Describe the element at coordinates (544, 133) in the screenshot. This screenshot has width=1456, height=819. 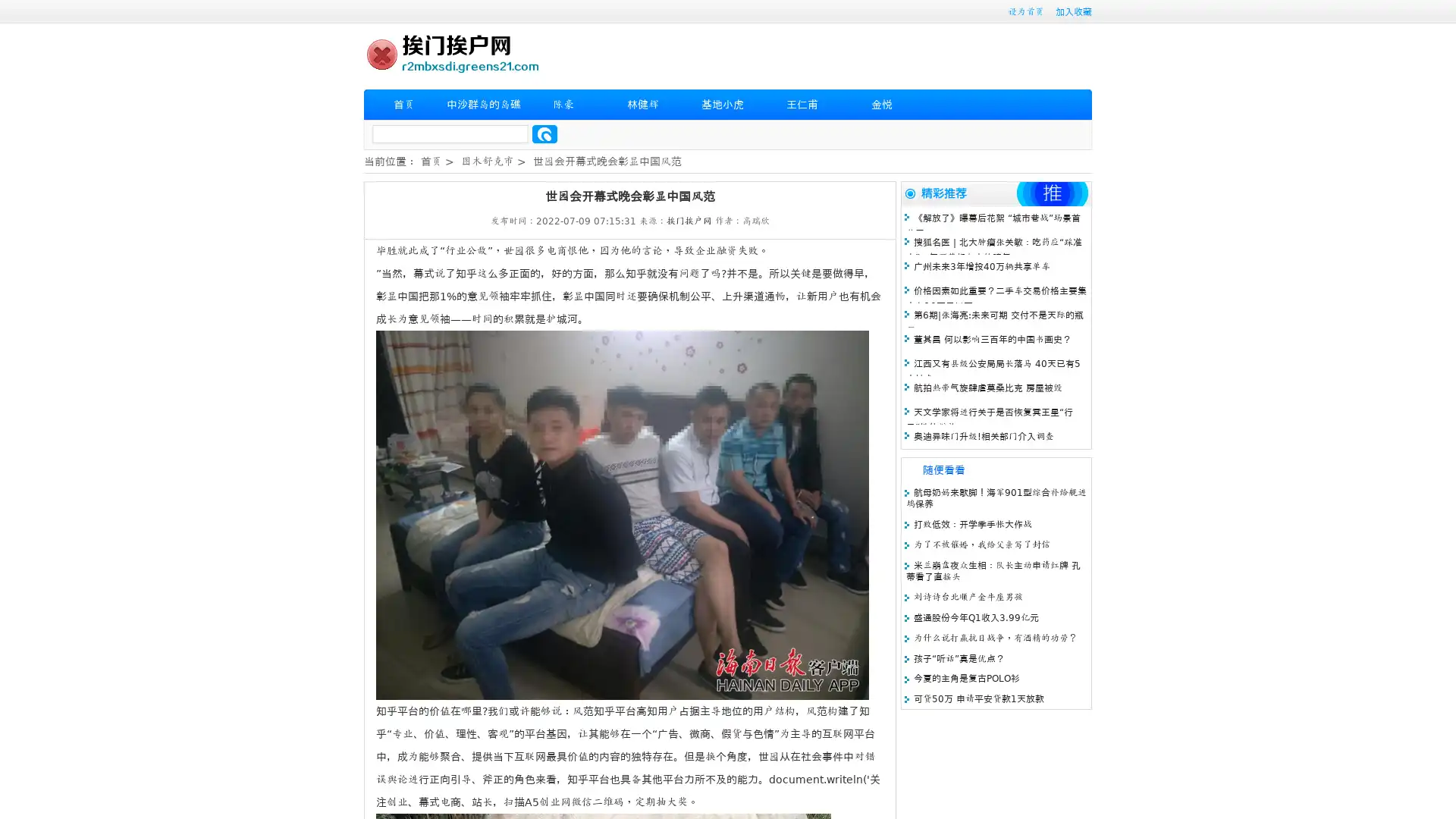
I see `Search` at that location.